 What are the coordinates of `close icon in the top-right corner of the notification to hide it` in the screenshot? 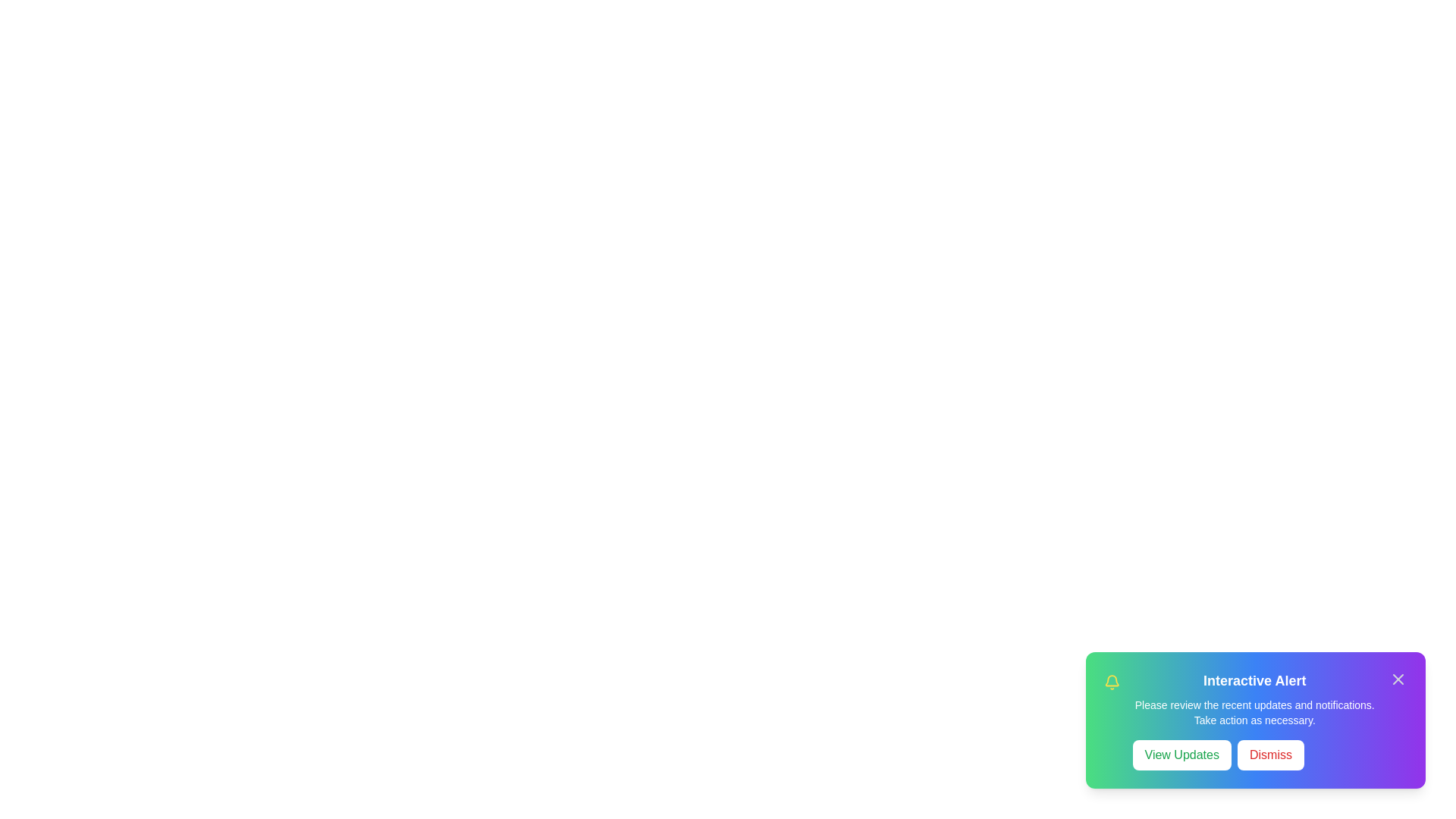 It's located at (1397, 678).